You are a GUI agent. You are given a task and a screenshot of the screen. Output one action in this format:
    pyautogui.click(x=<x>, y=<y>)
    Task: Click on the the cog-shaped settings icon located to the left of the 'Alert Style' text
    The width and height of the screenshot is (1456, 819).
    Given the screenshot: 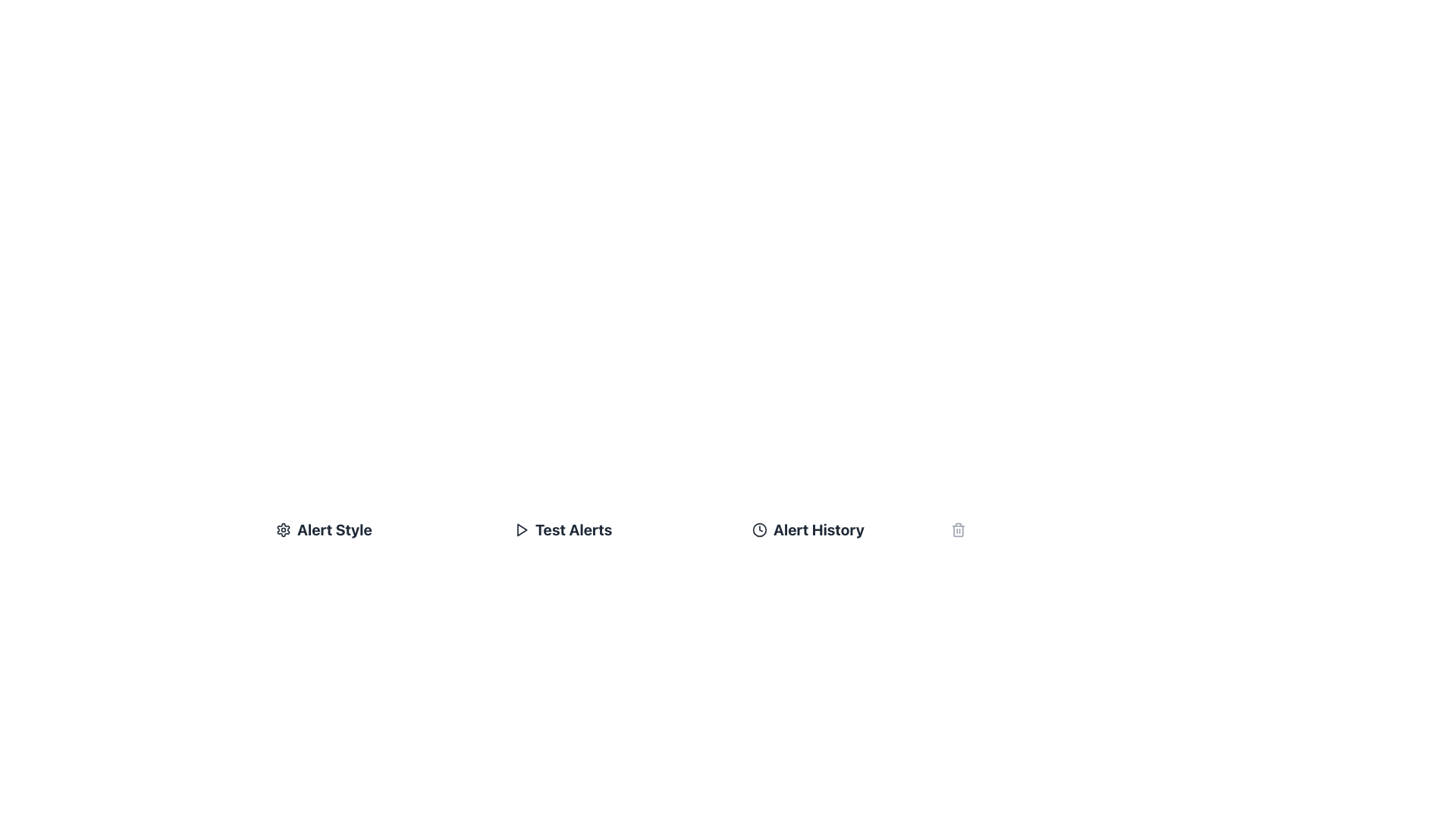 What is the action you would take?
    pyautogui.click(x=284, y=529)
    